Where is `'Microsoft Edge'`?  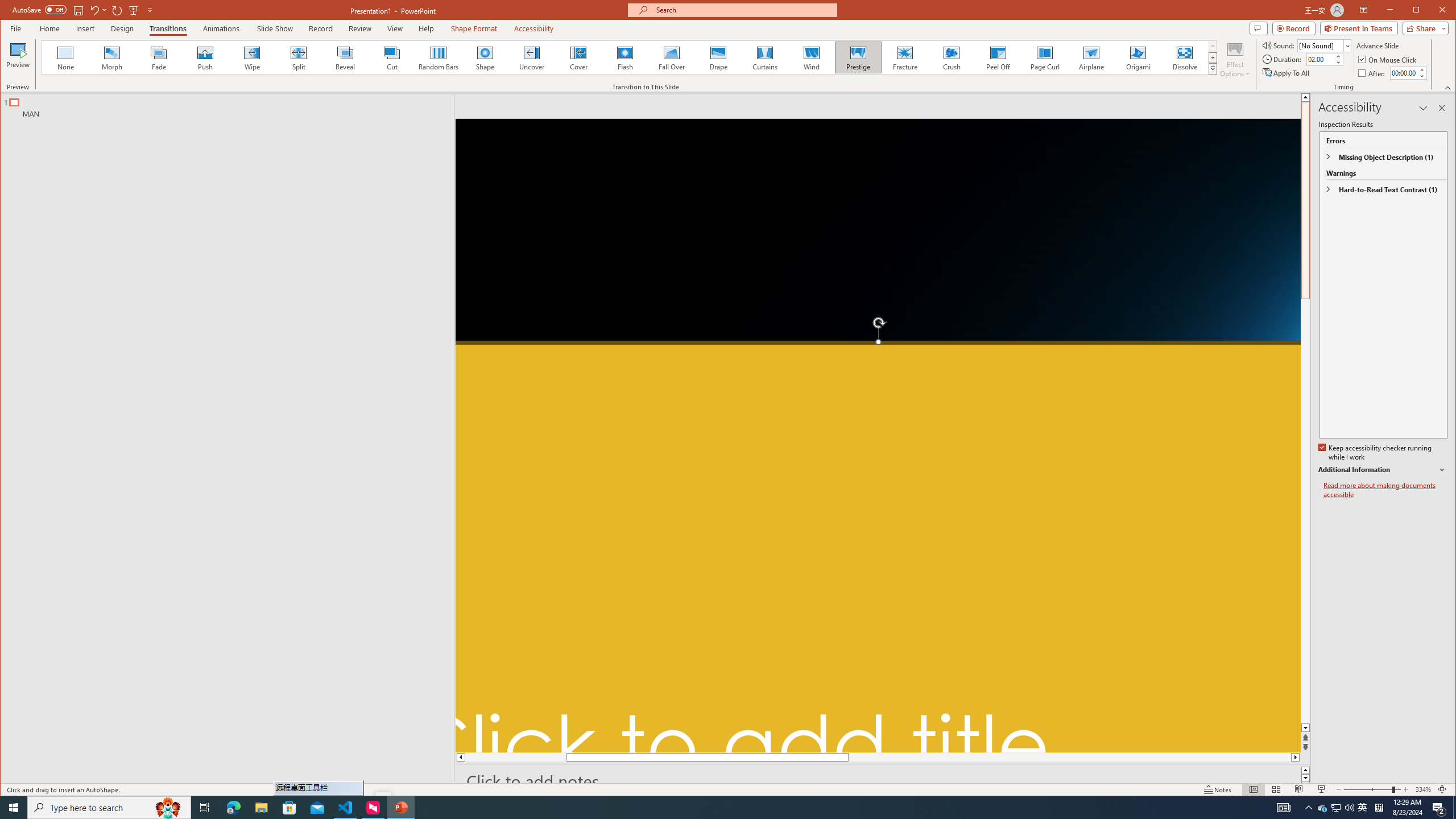 'Microsoft Edge' is located at coordinates (233, 806).